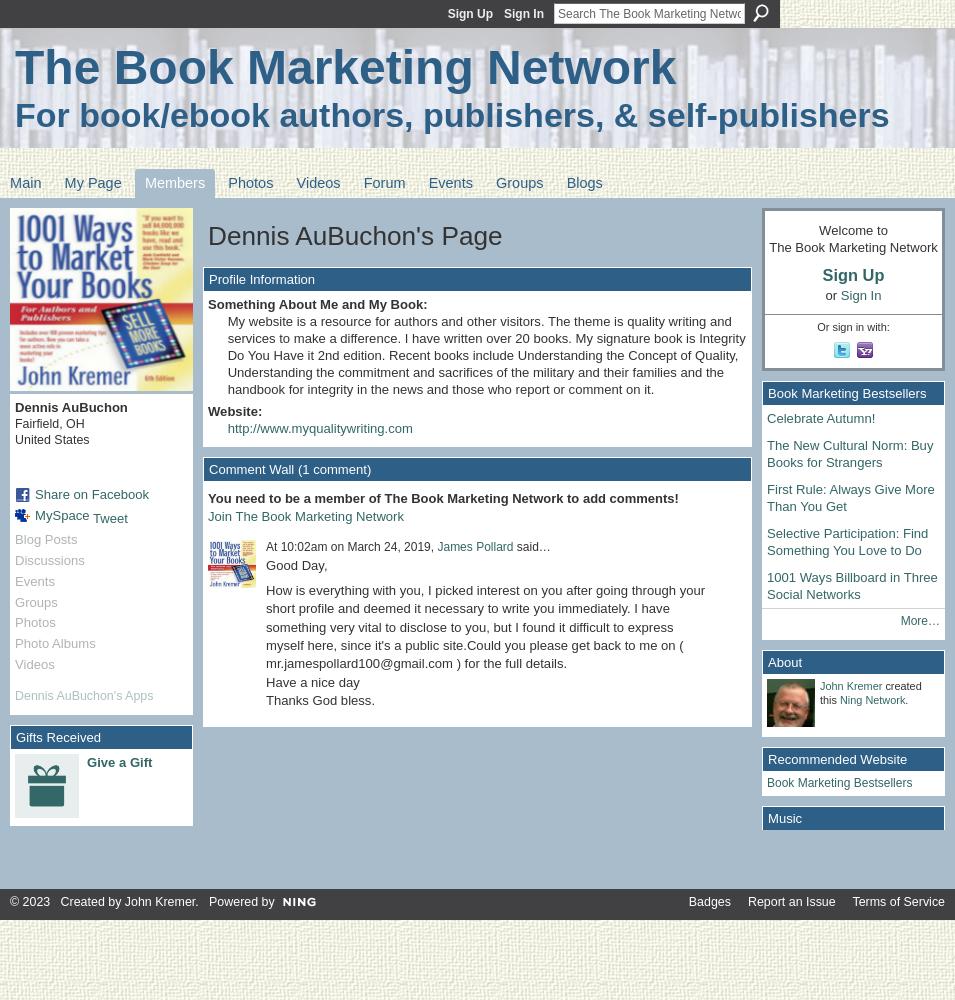  Describe the element at coordinates (847, 541) in the screenshot. I see `'Selective Participation: Find Something You Love to Do'` at that location.